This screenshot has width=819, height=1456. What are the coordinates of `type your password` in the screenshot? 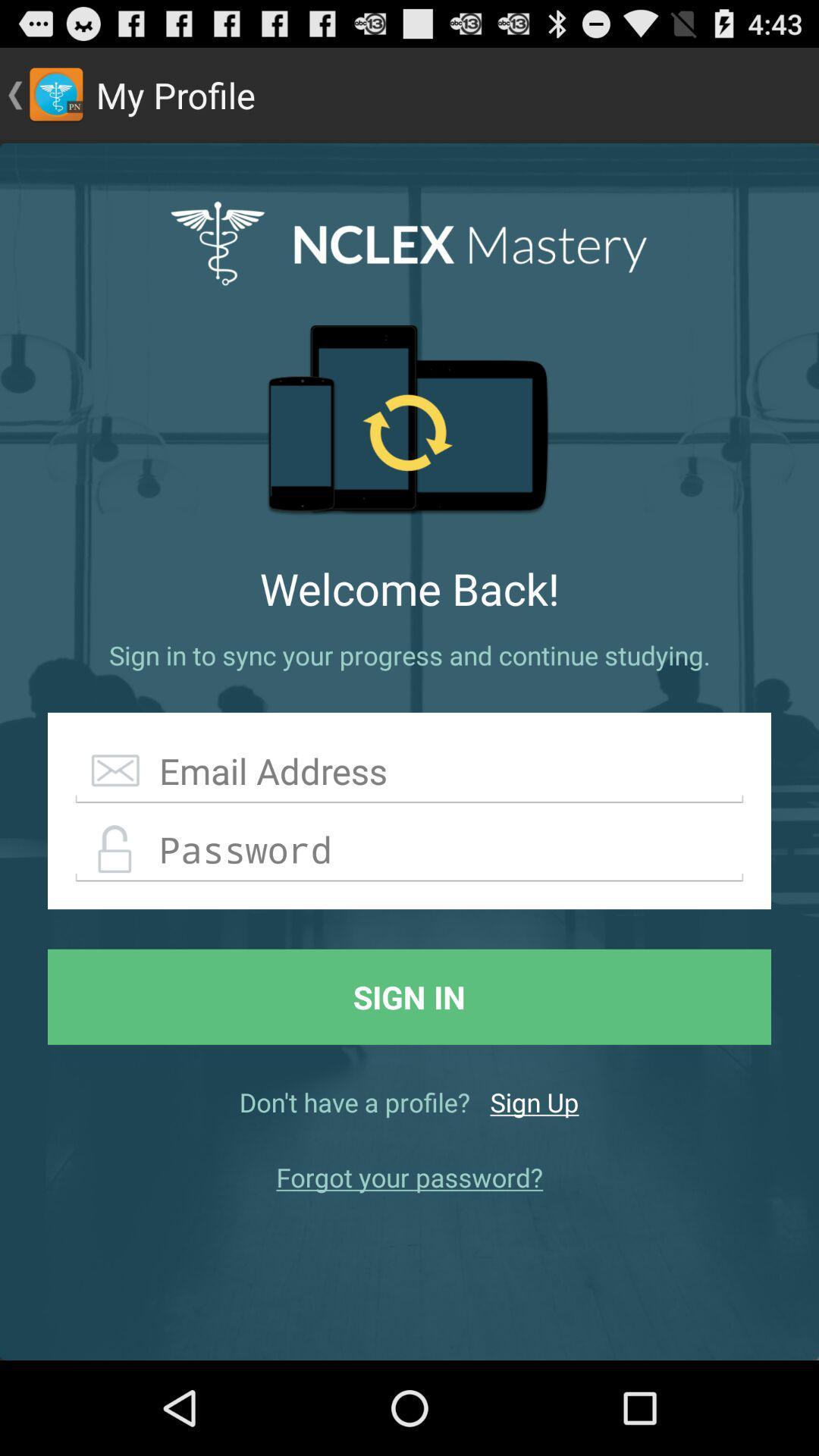 It's located at (409, 850).